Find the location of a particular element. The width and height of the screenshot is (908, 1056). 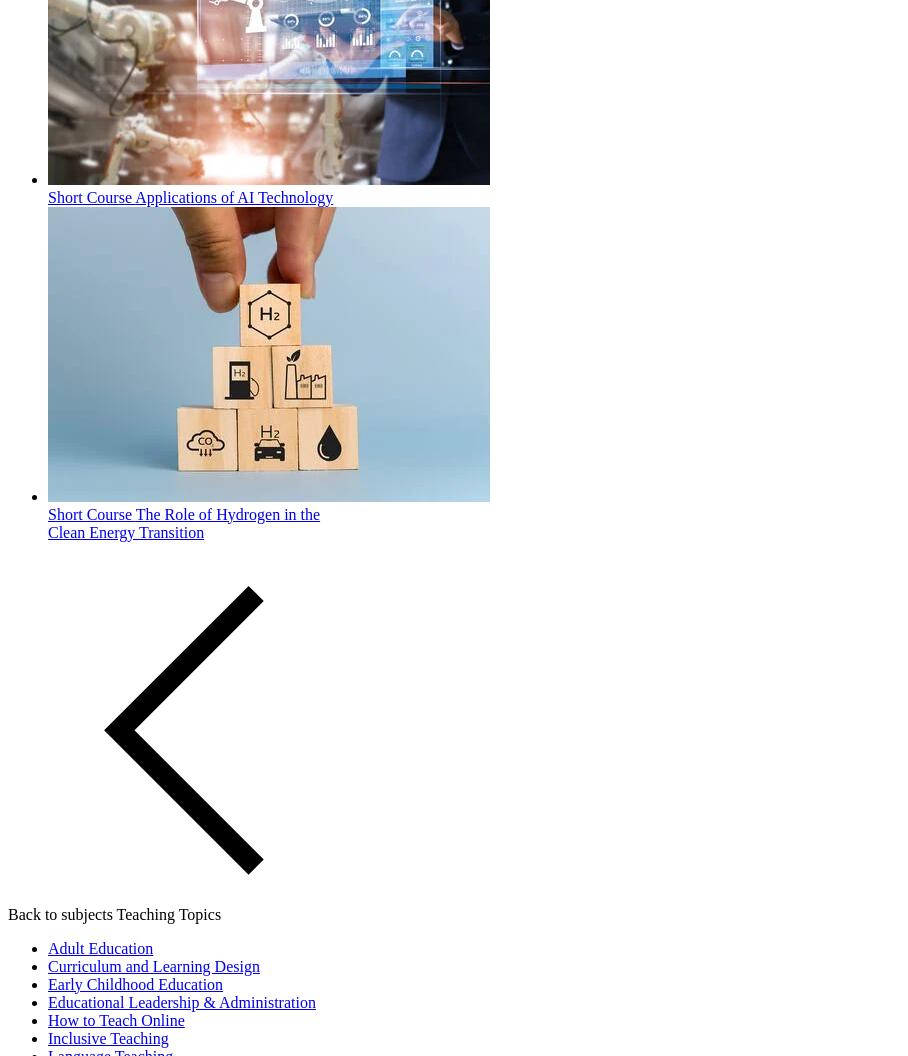

'Adult Education' is located at coordinates (99, 947).